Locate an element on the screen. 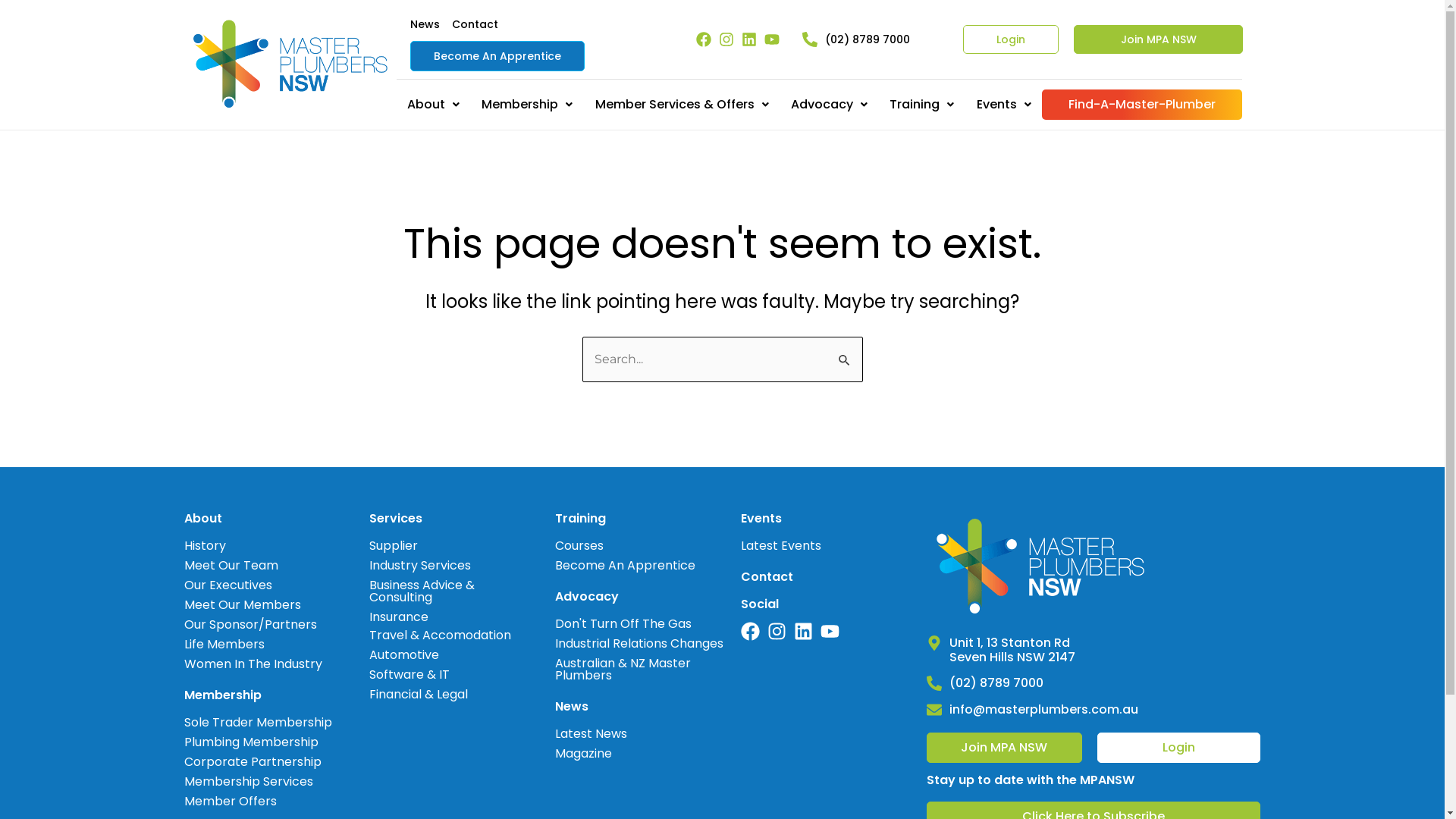  'info@masterplumbers.com.au' is located at coordinates (1043, 709).